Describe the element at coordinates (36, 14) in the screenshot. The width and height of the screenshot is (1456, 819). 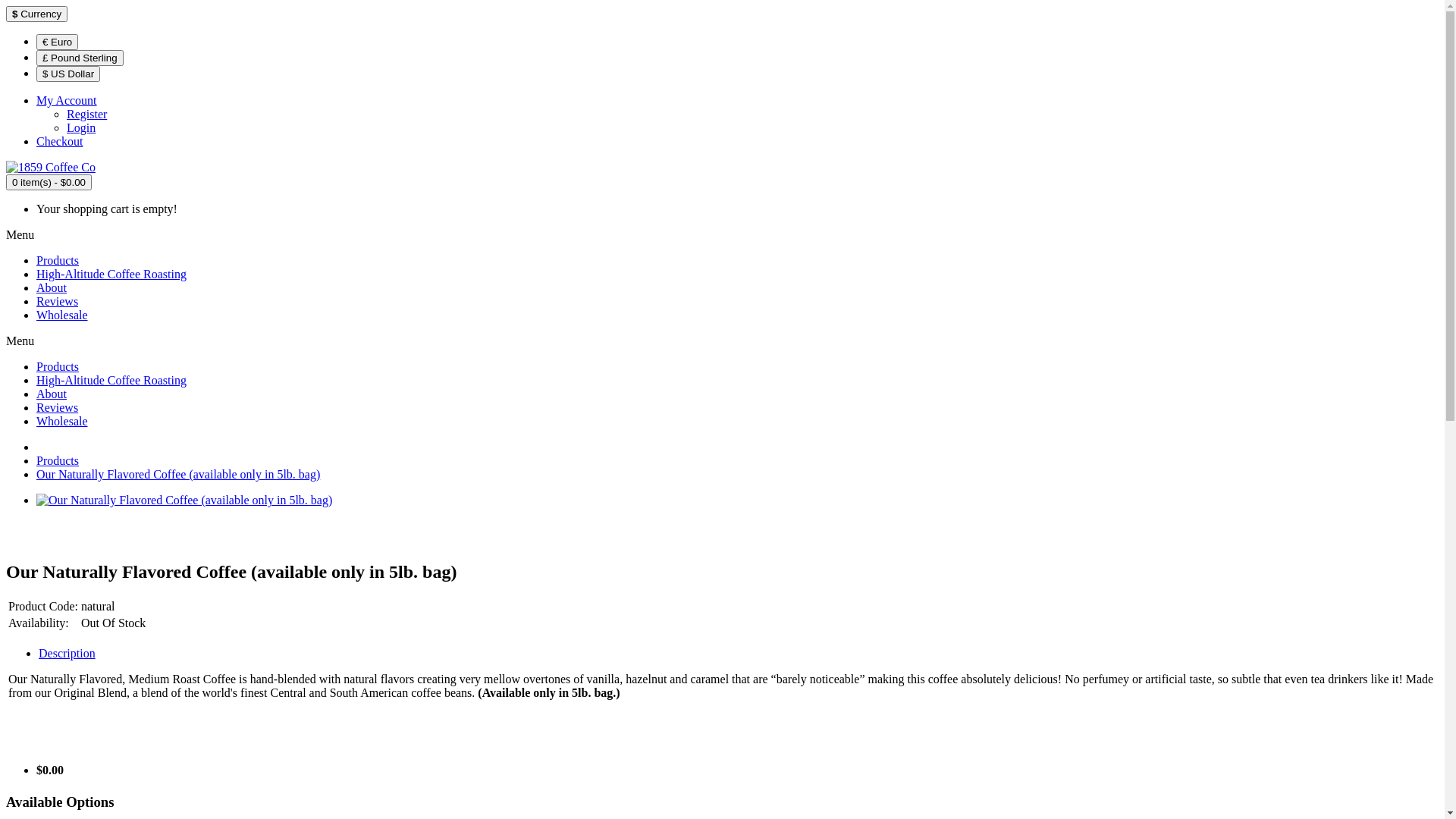
I see `'$ Currency'` at that location.